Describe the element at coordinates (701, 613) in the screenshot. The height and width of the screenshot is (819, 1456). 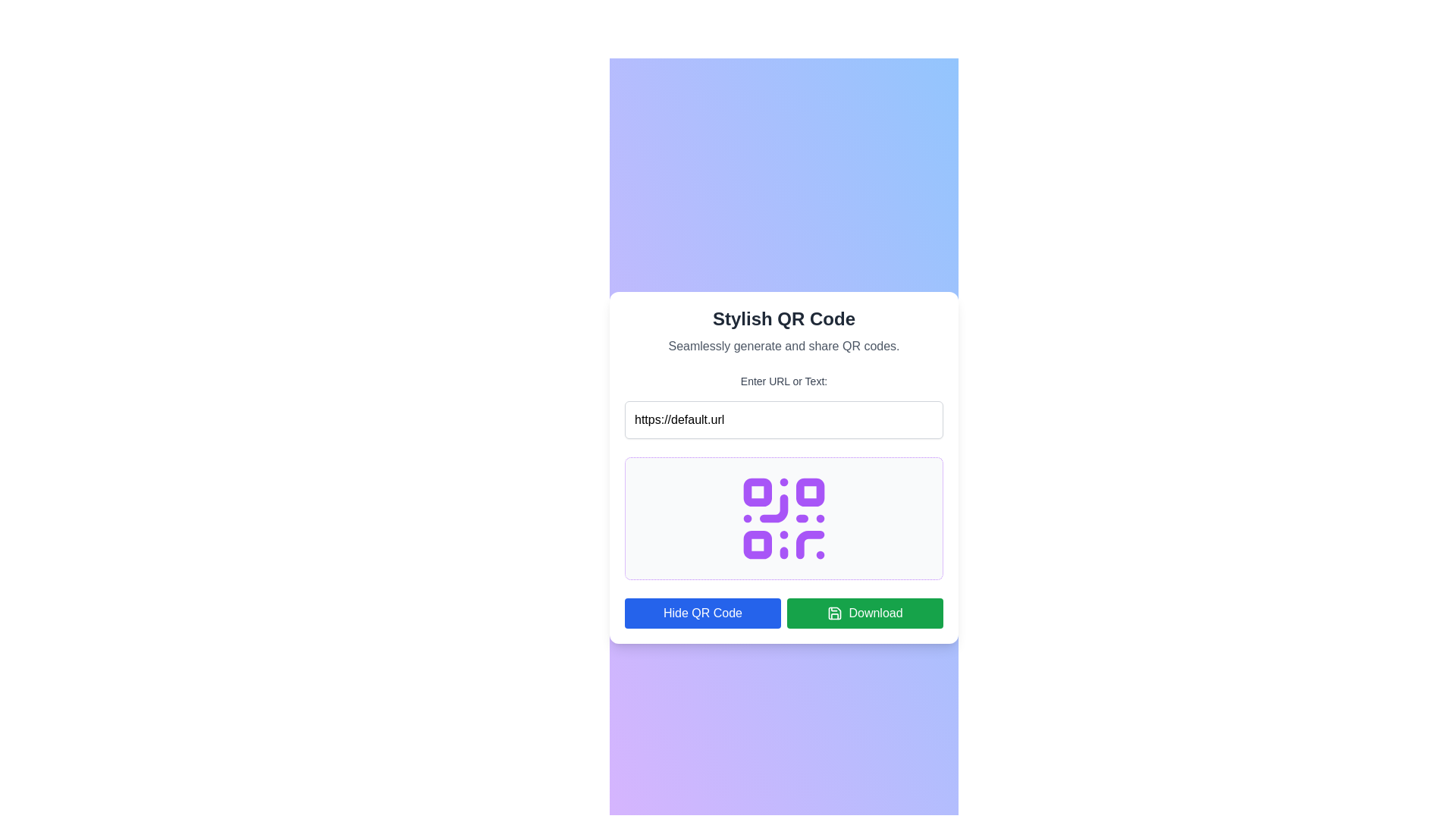
I see `the first button located below the QR code display area, positioned towards the left in a two-button layout` at that location.